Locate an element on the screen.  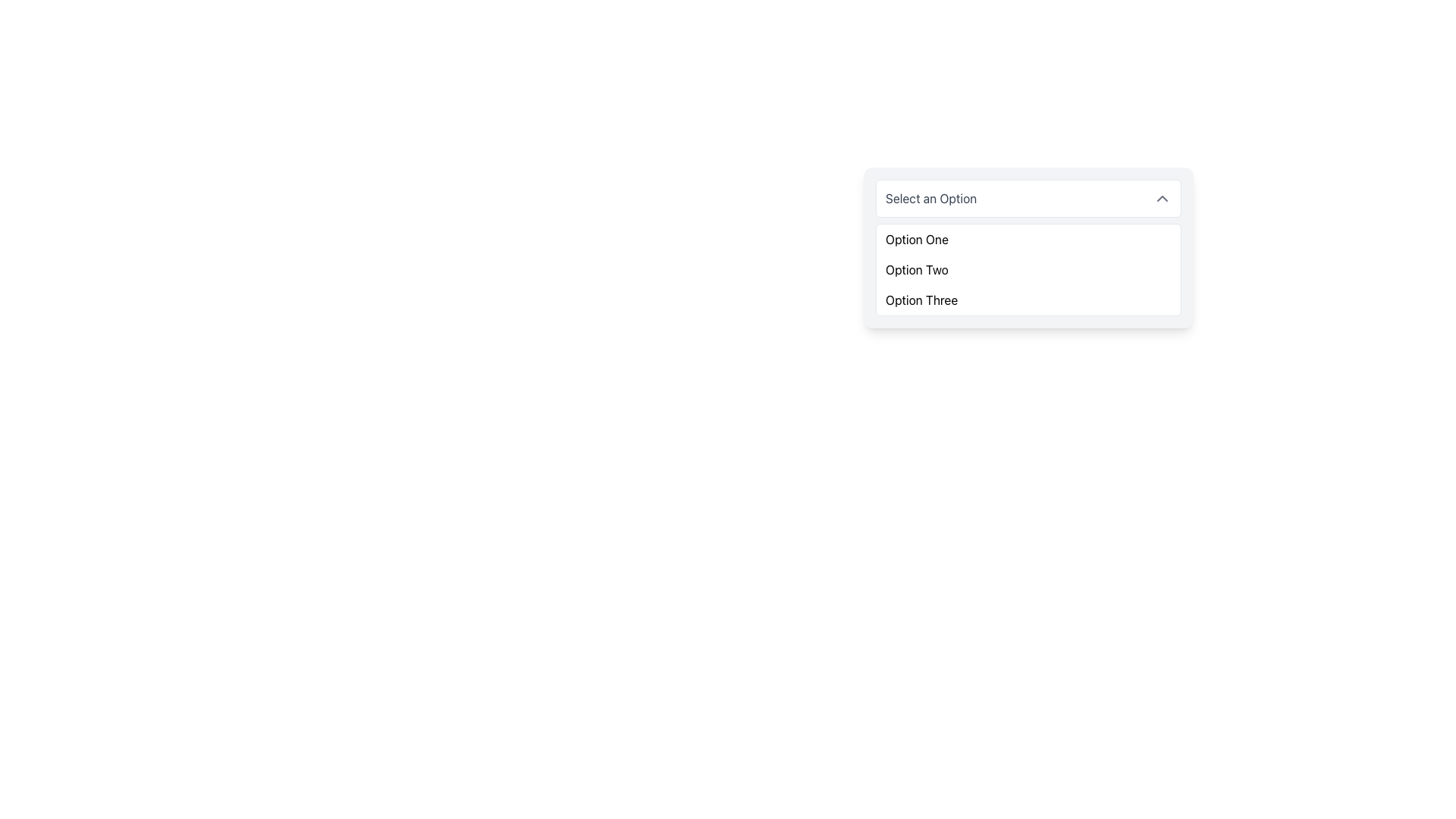
the second item in the dropdown menu, which is labeled 'Option Two' is located at coordinates (1028, 268).